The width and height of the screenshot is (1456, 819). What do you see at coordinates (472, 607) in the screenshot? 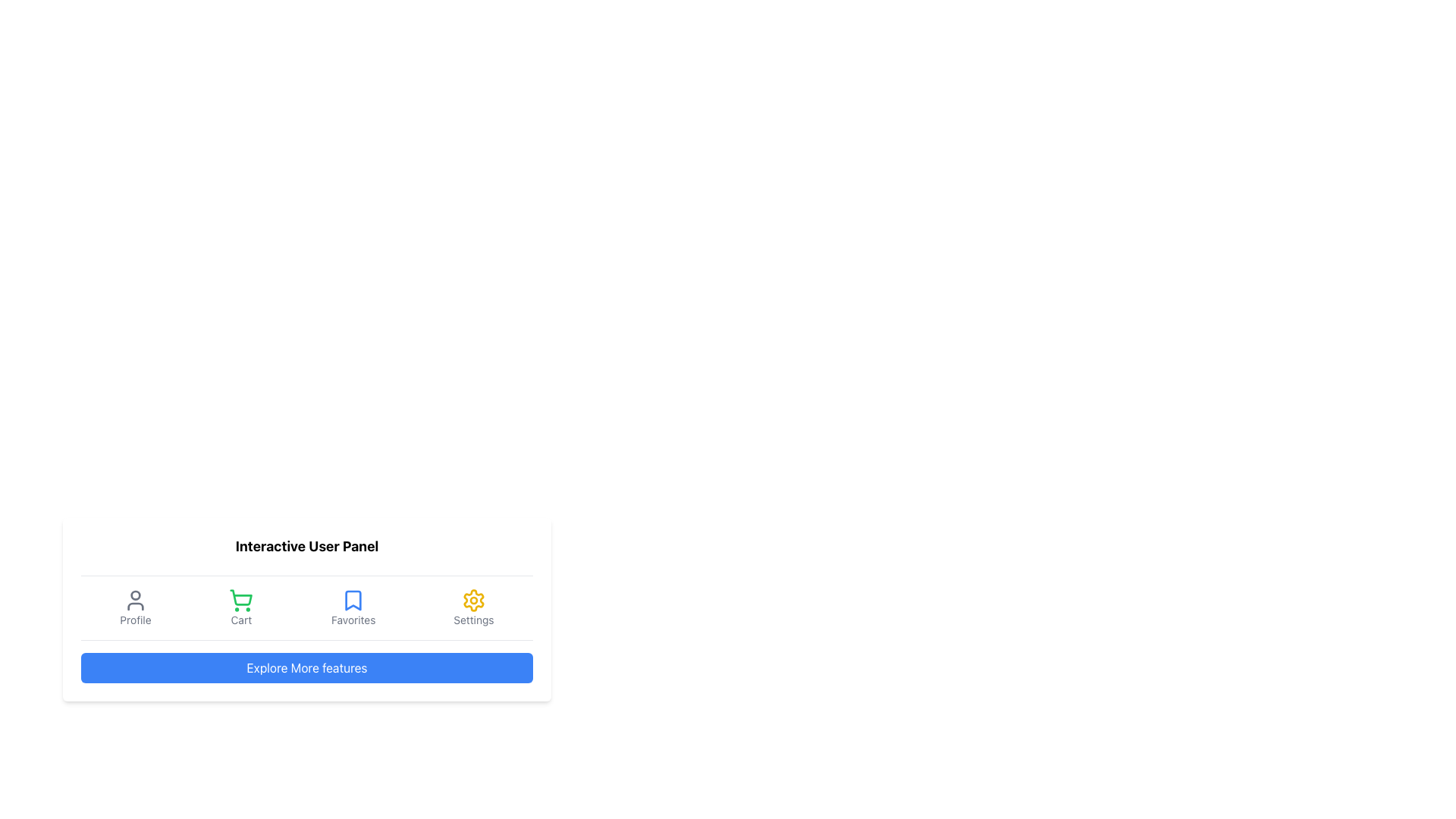
I see `the settings button located at the far-right position of the horizontal menu bar, adjacent` at bounding box center [472, 607].